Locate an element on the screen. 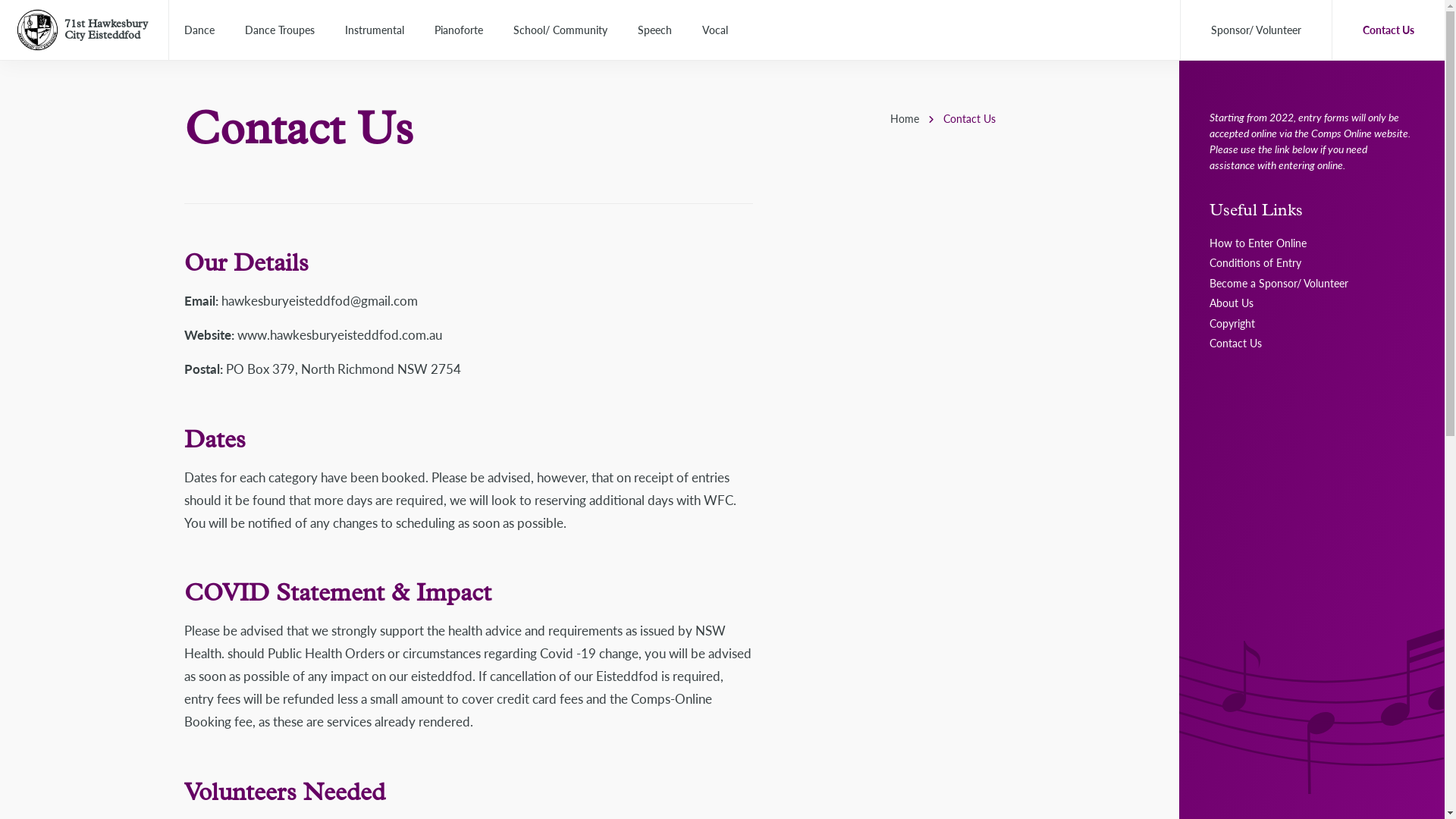 The image size is (1456, 819). 'Become a Sponsor/ Volunteer' is located at coordinates (1278, 283).